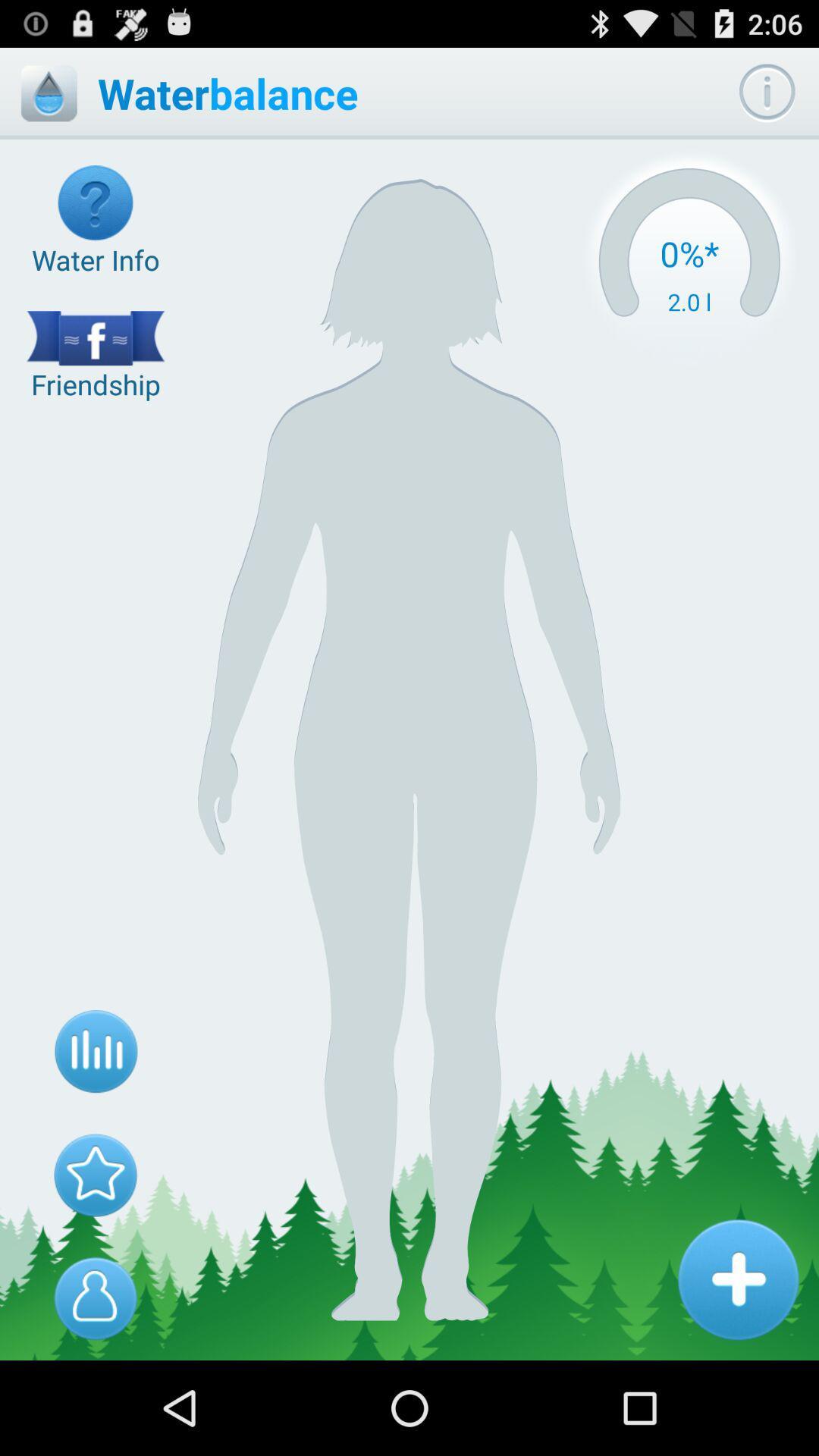  I want to click on my stats, so click(96, 1051).